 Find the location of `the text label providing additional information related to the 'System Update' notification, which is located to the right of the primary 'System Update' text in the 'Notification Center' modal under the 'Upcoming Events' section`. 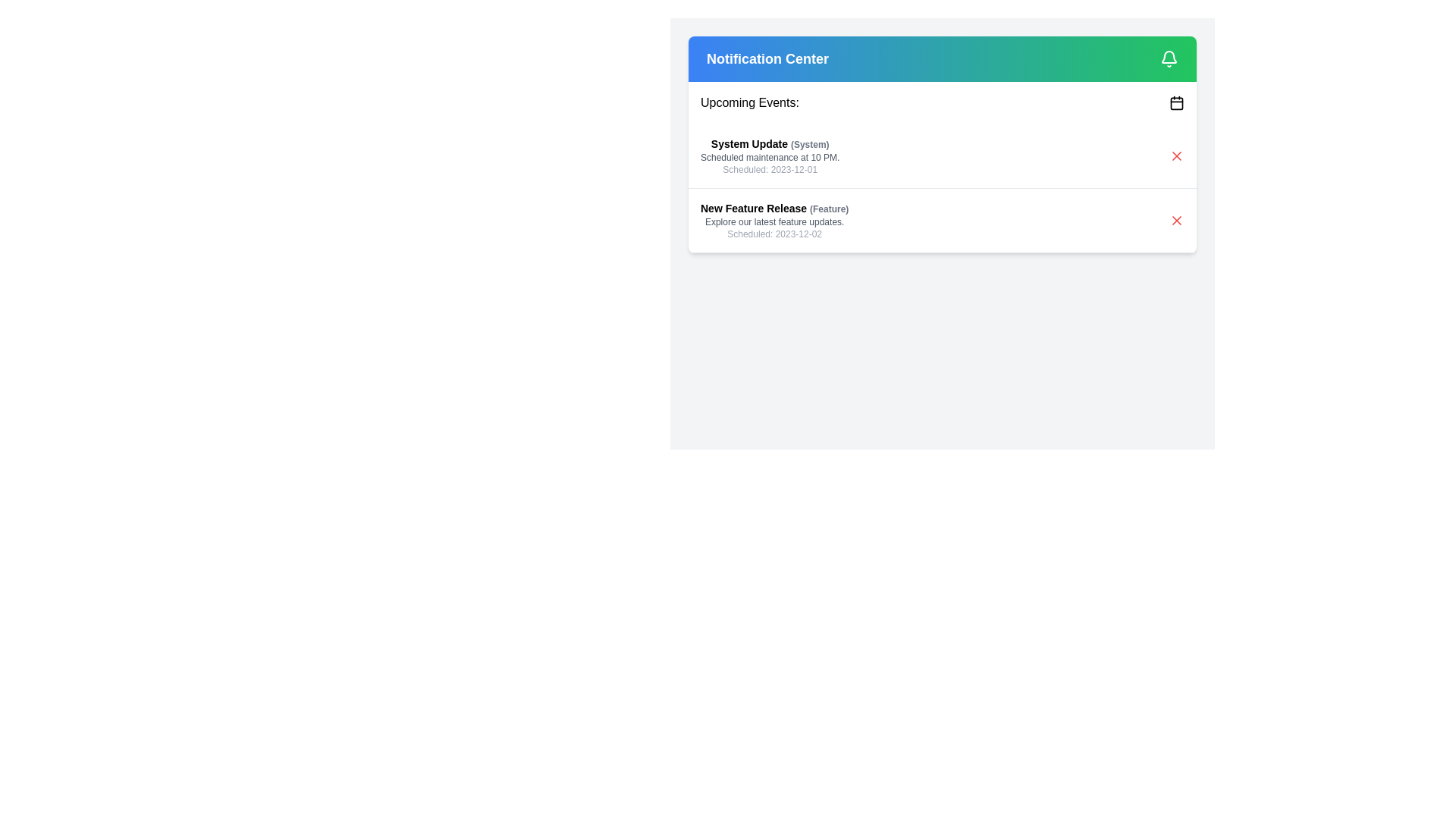

the text label providing additional information related to the 'System Update' notification, which is located to the right of the primary 'System Update' text in the 'Notification Center' modal under the 'Upcoming Events' section is located at coordinates (809, 145).